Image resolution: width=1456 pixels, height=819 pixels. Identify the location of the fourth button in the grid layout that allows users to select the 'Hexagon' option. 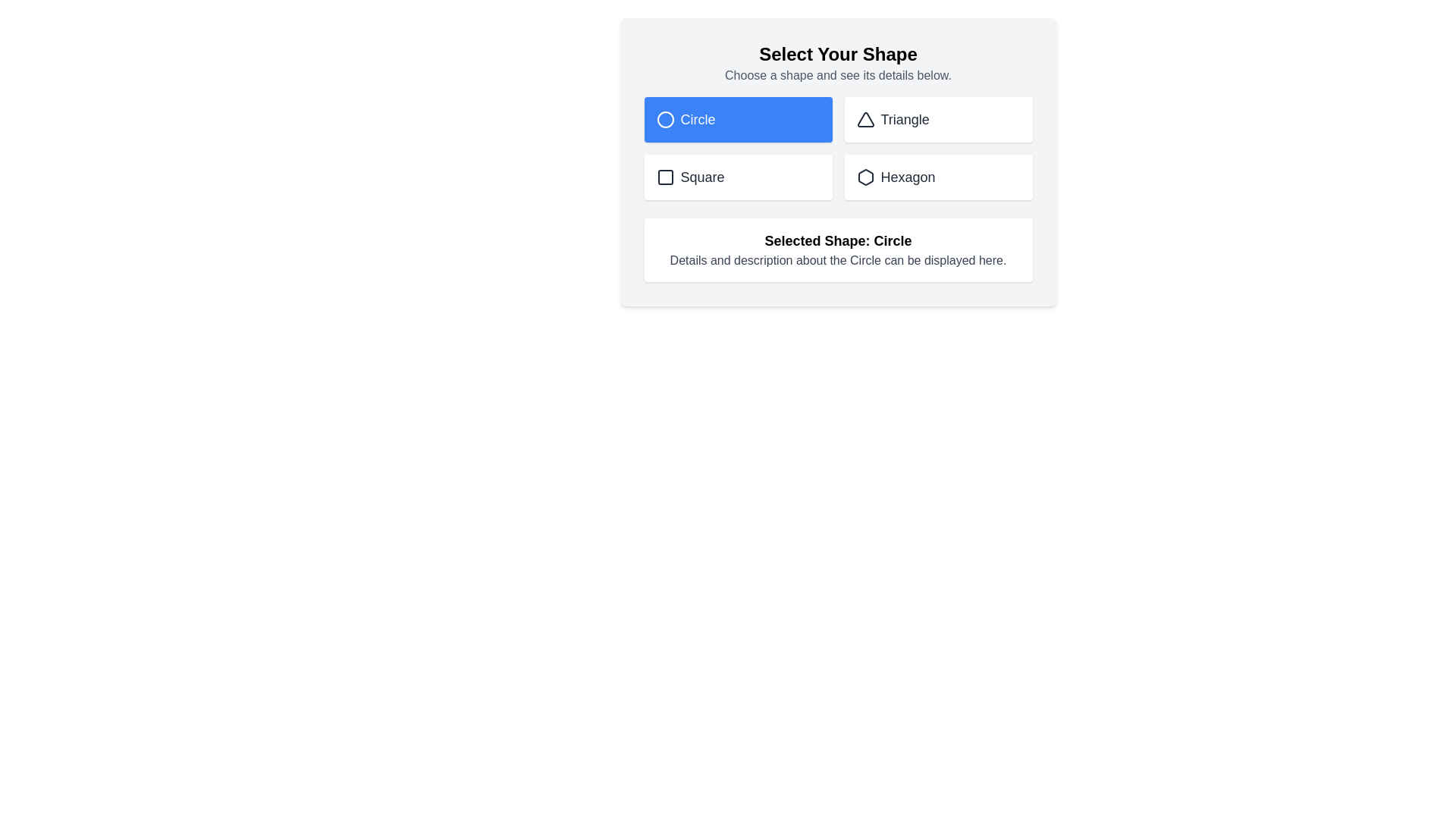
(937, 177).